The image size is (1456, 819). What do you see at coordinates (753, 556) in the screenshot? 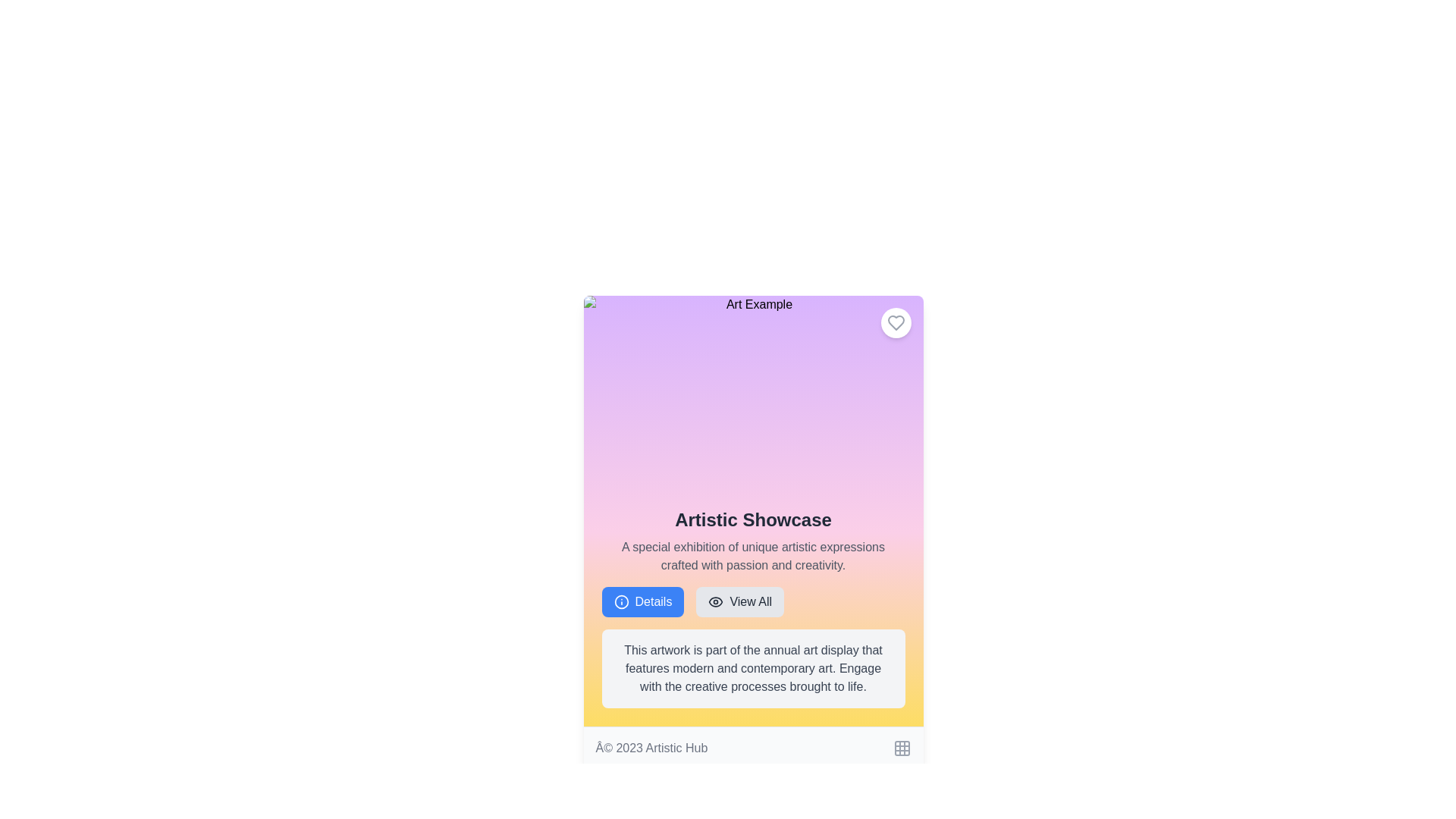
I see `text block containing the description 'A special exhibition of unique artistic expressions crafted with passion and creativity.' positioned below the title 'Artistic Showcase'` at bounding box center [753, 556].